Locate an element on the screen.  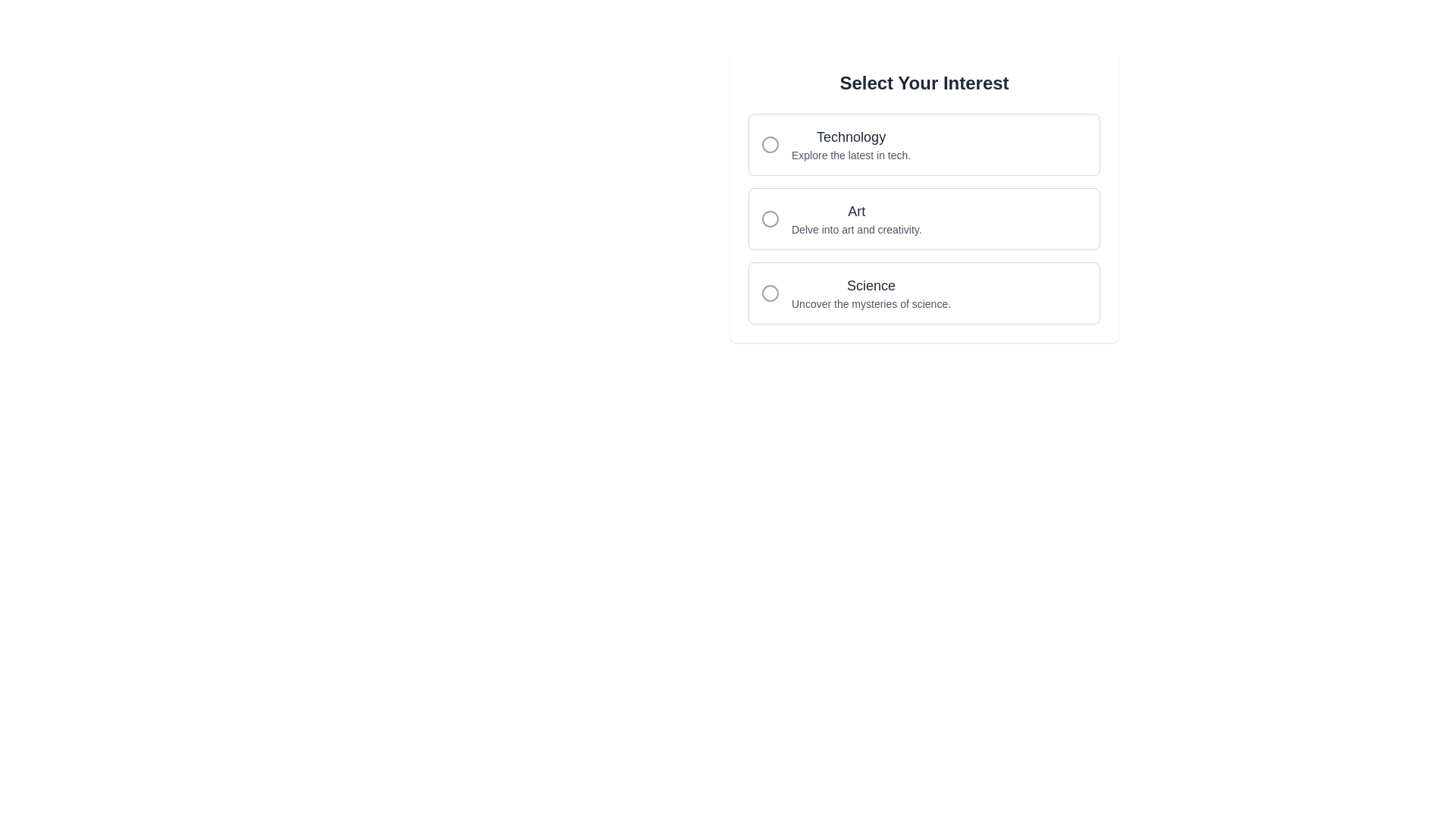
the 'Science' radio button option, which features a circular icon and a modern rounded border design, positioned under the 'Select Your Interest' heading is located at coordinates (924, 293).